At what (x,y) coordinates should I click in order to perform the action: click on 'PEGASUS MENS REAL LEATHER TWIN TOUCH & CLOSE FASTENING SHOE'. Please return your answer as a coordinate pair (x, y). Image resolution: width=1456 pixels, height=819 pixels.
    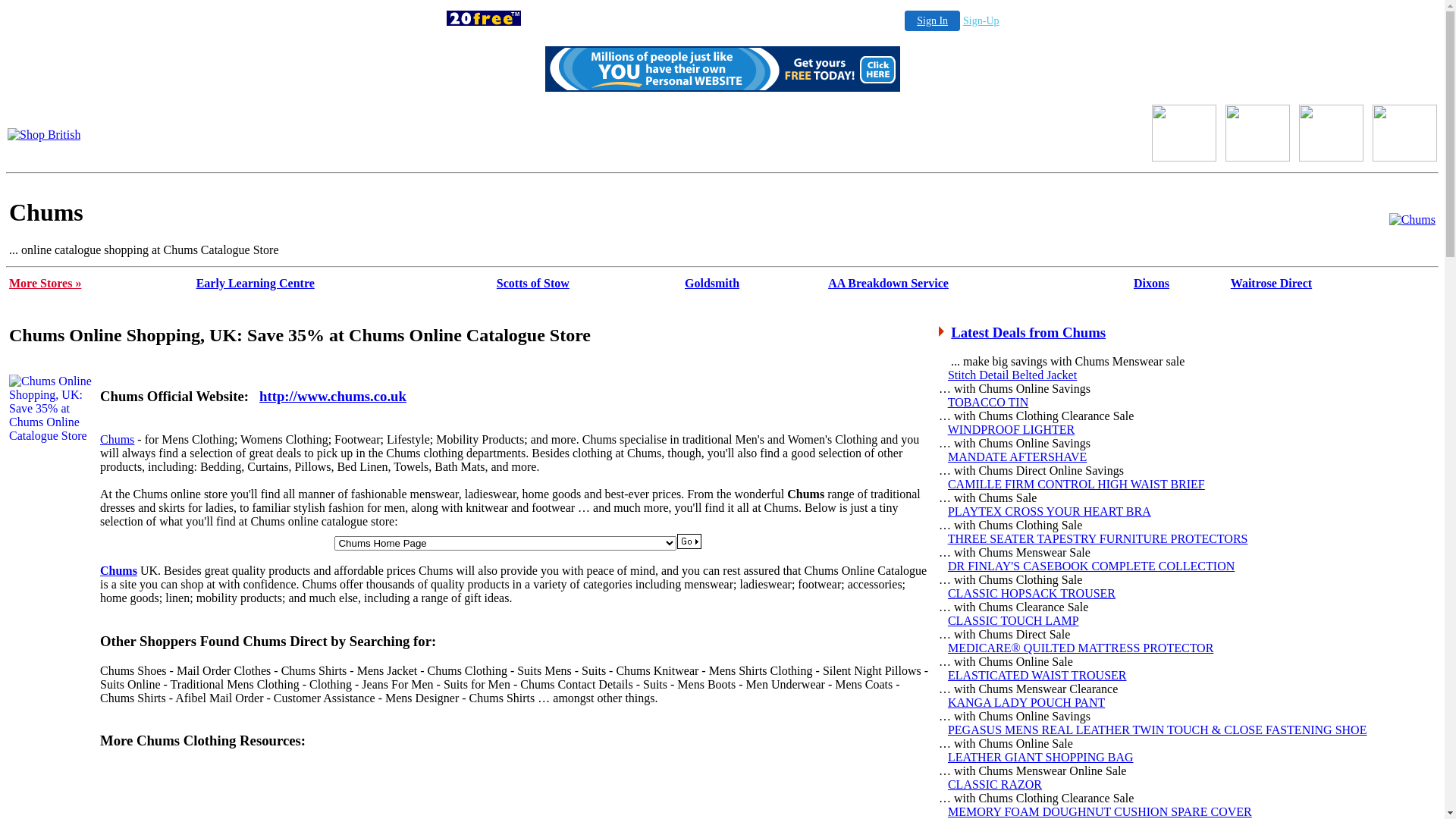
    Looking at the image, I should click on (1156, 729).